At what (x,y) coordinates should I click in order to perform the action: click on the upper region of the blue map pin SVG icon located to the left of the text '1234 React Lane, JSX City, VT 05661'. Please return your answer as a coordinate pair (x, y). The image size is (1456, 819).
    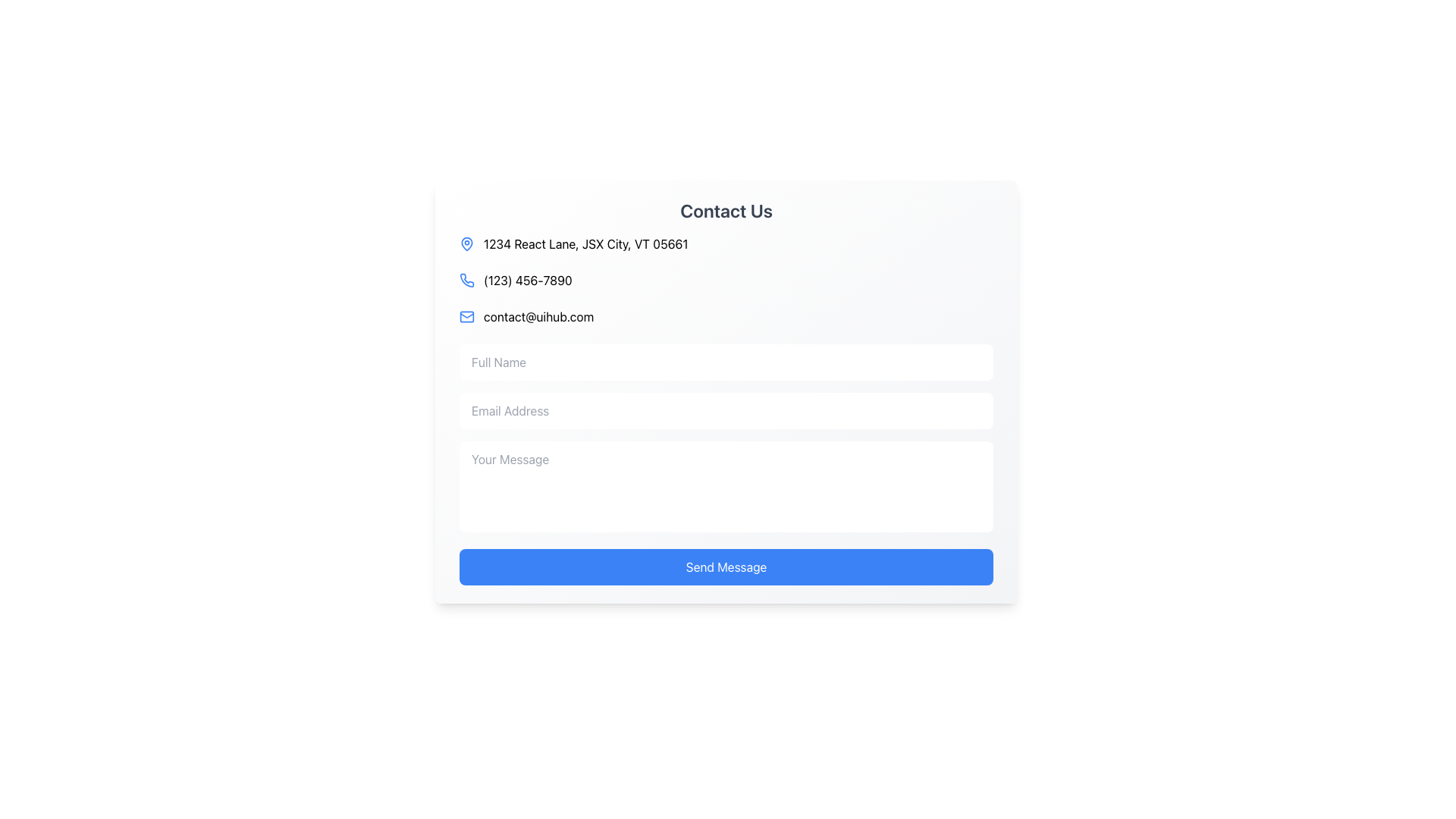
    Looking at the image, I should click on (466, 242).